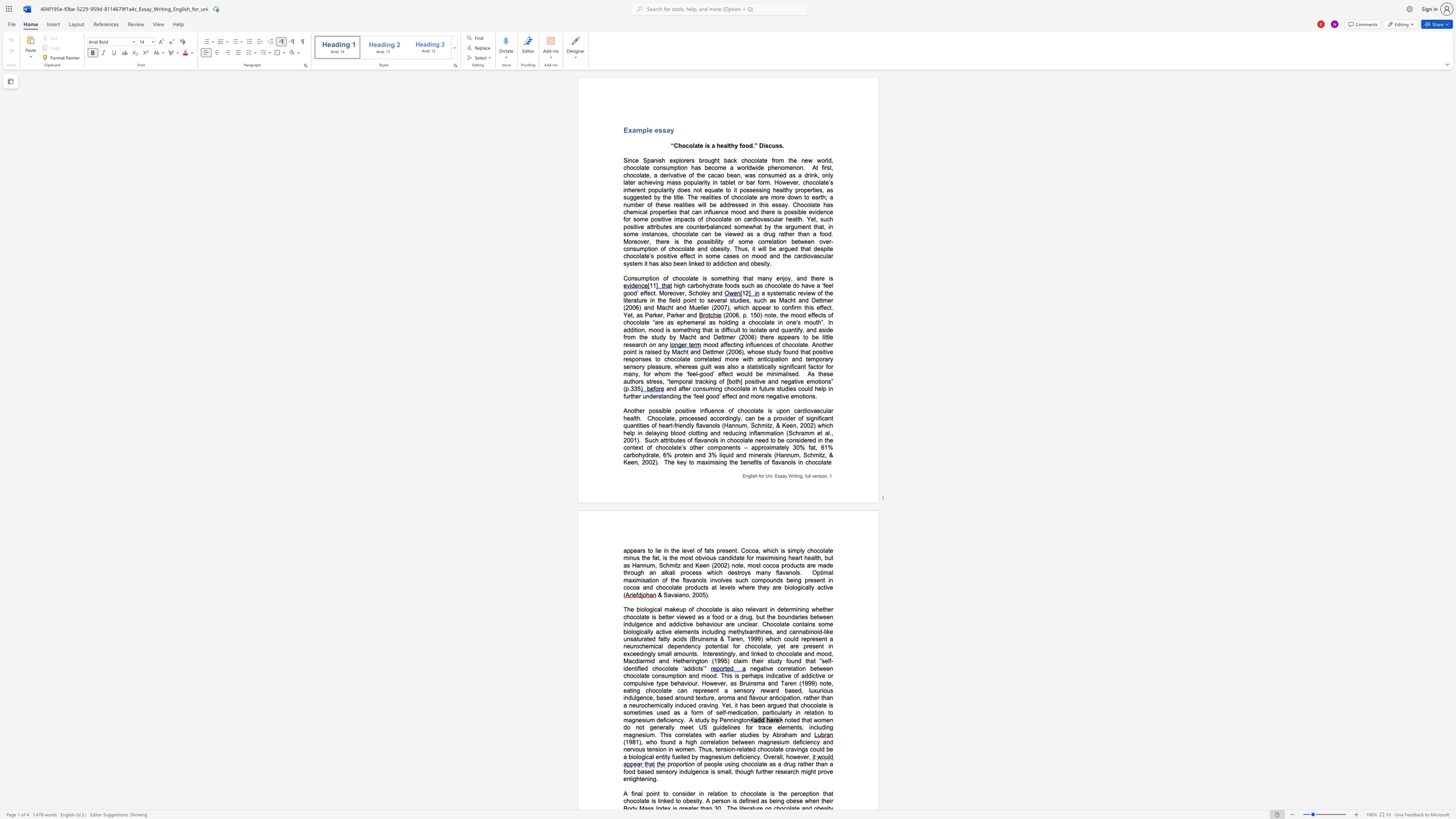 The image size is (1456, 819). What do you see at coordinates (760, 263) in the screenshot?
I see `the subset text "sity" within the text "em it has also been linked to addiction and obesity."` at bounding box center [760, 263].